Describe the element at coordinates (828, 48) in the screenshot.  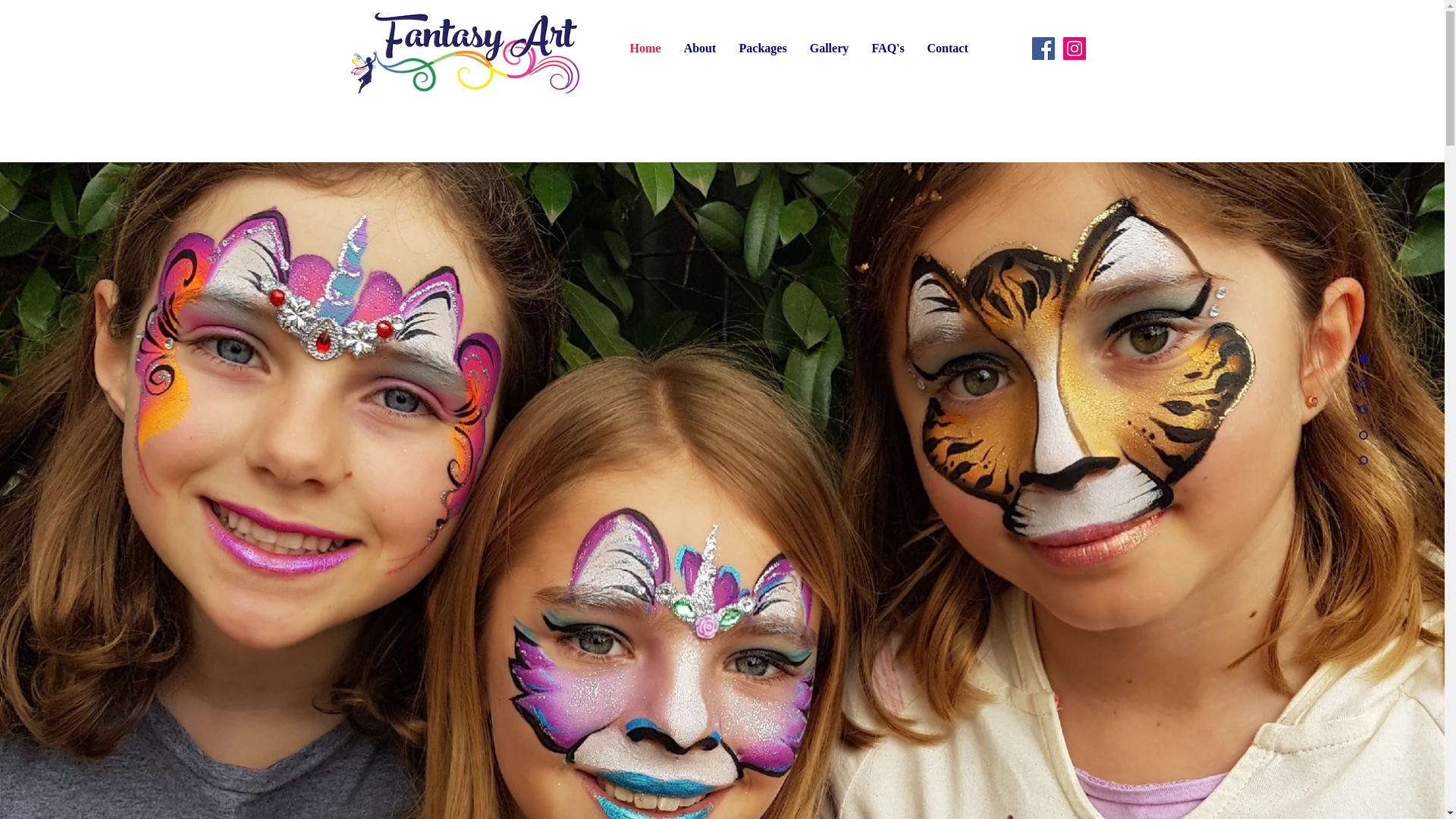
I see `'Gallery'` at that location.